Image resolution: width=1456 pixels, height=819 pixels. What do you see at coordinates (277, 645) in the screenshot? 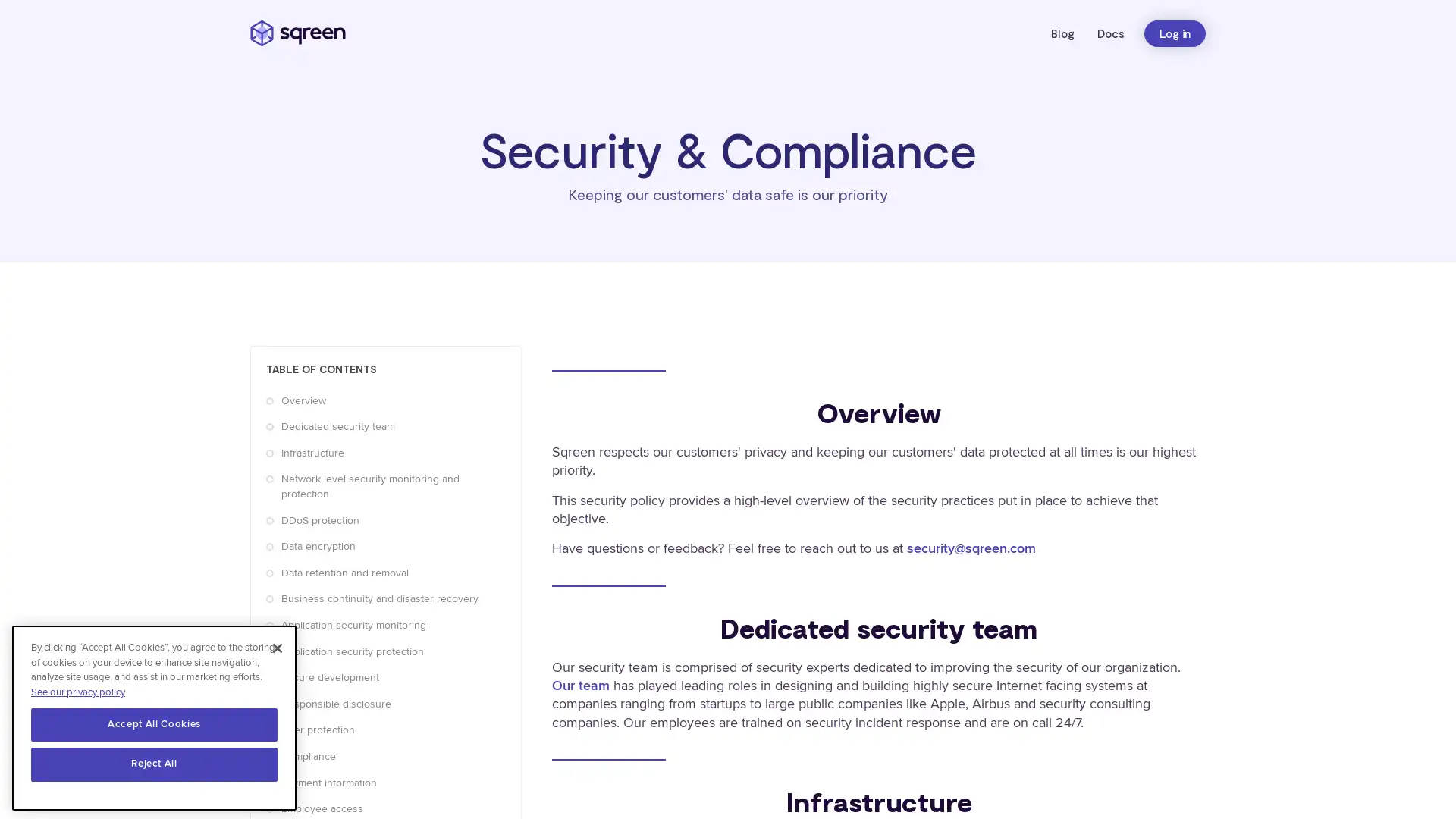
I see `Close` at bounding box center [277, 645].